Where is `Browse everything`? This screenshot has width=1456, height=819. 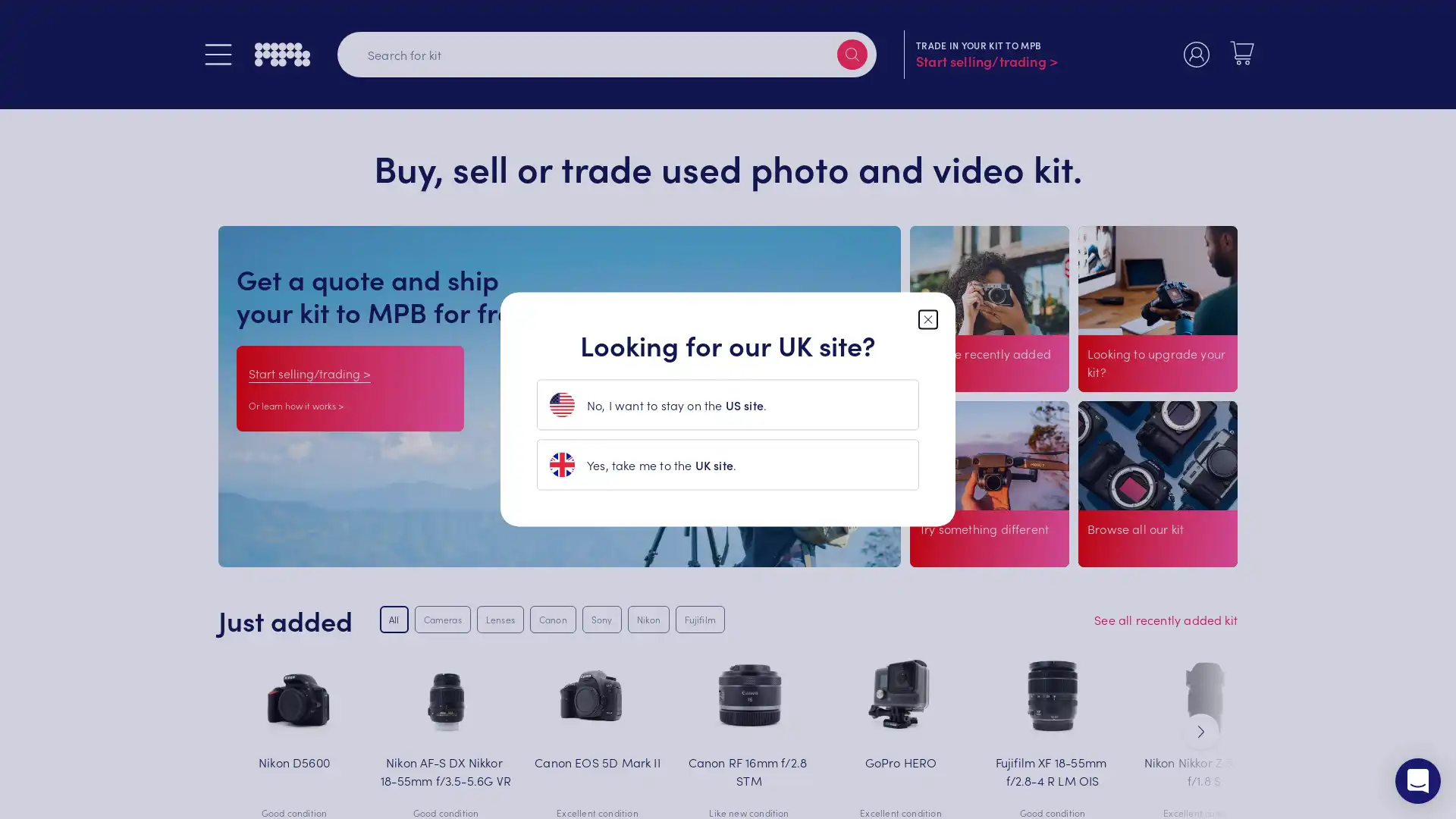 Browse everything is located at coordinates (1139, 551).